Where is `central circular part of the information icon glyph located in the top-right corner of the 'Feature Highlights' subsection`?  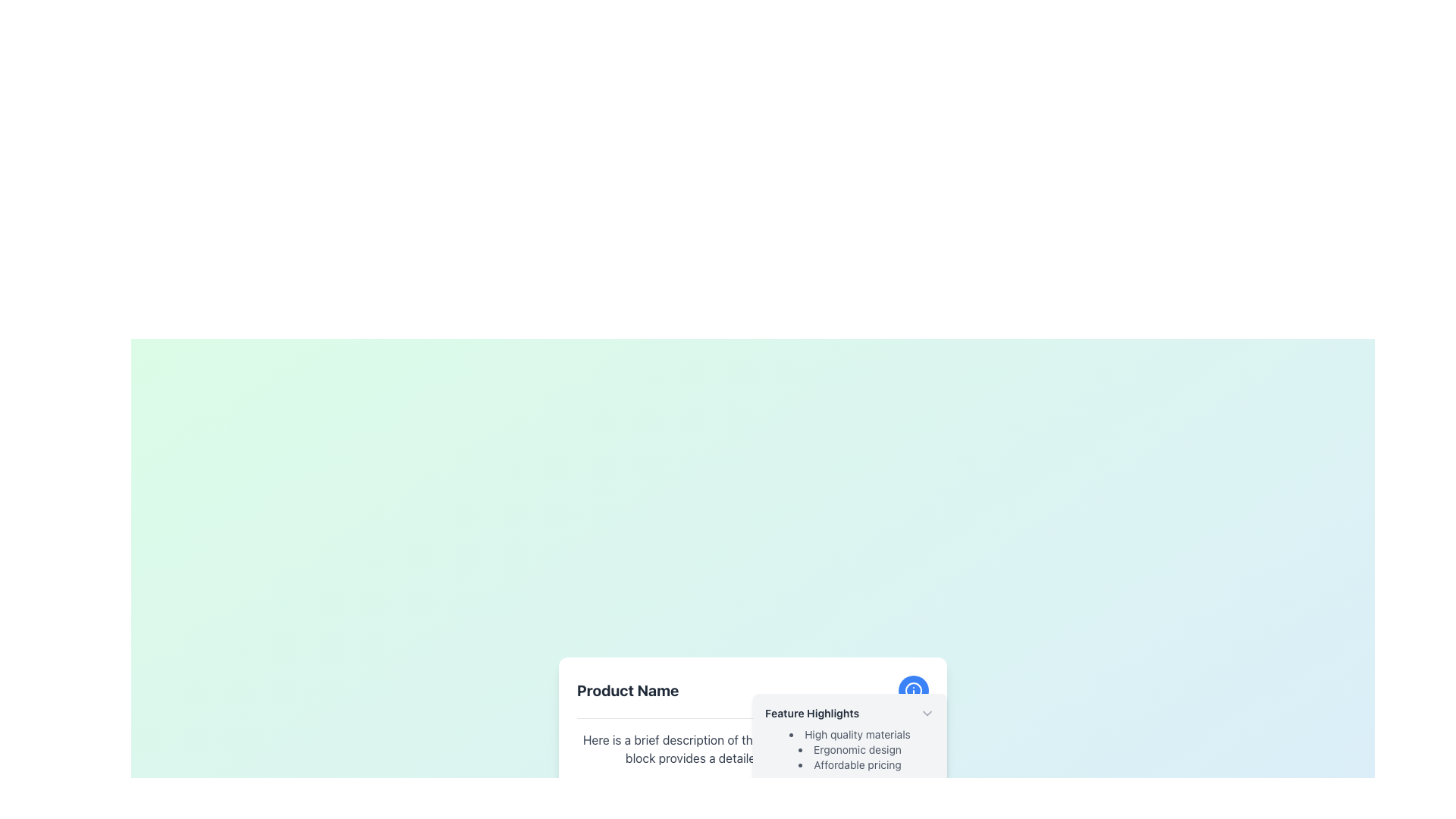
central circular part of the information icon glyph located in the top-right corner of the 'Feature Highlights' subsection is located at coordinates (912, 690).